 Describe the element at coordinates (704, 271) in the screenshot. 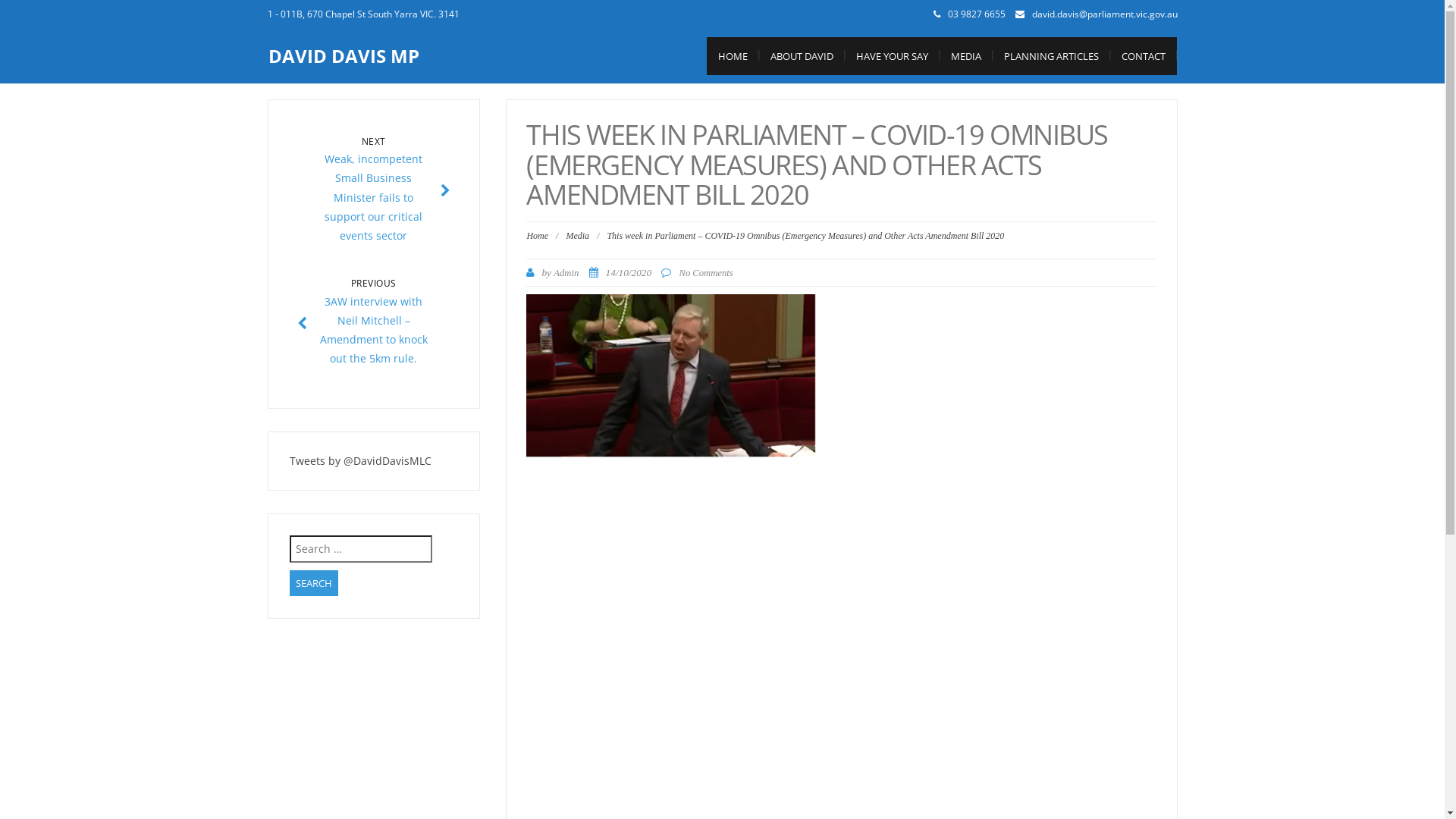

I see `'No Comments'` at that location.